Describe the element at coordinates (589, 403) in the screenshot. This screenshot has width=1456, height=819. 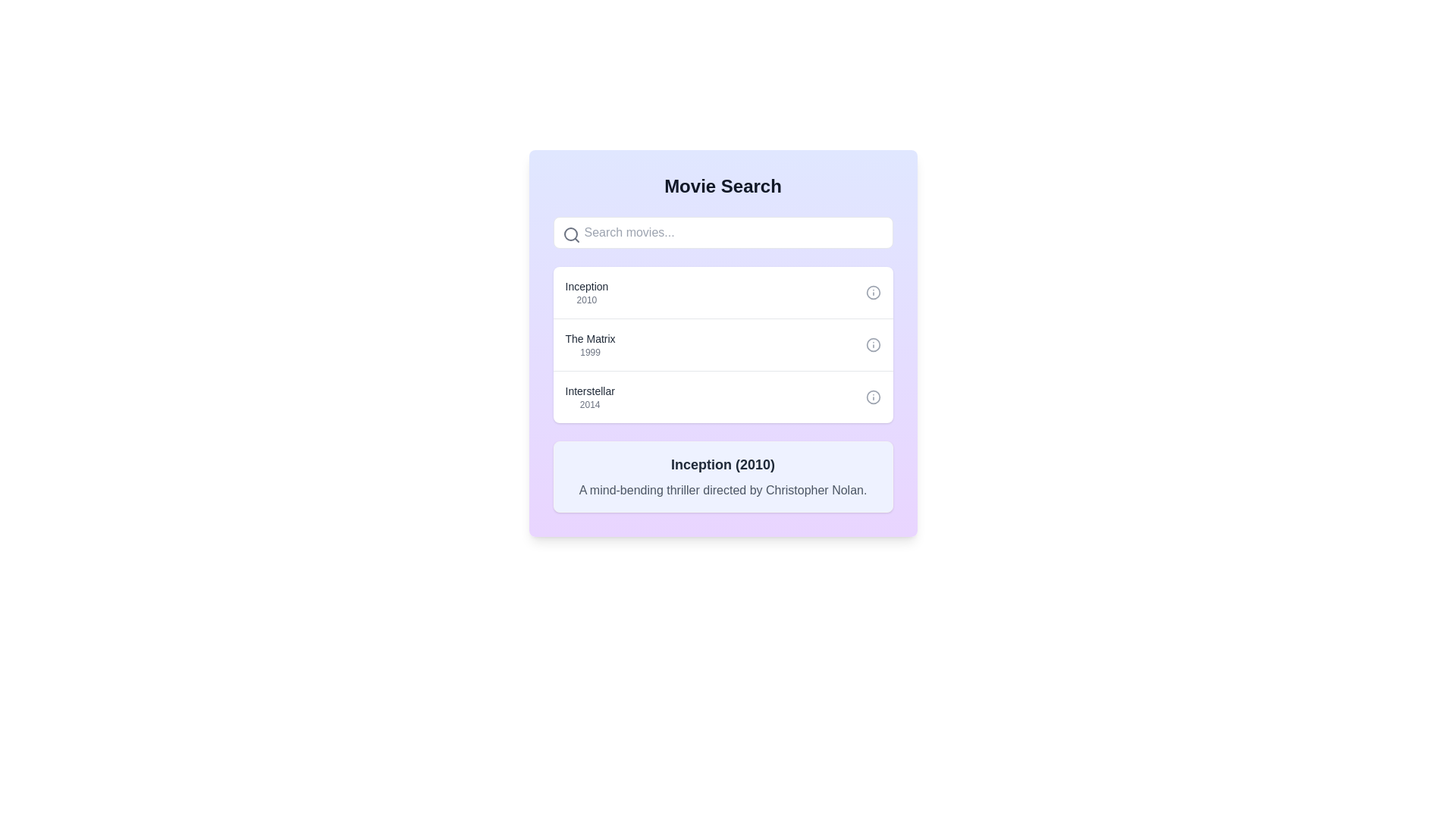
I see `the static text label displaying the year '2014', which is positioned directly beneath the movie title 'Interstellar'` at that location.